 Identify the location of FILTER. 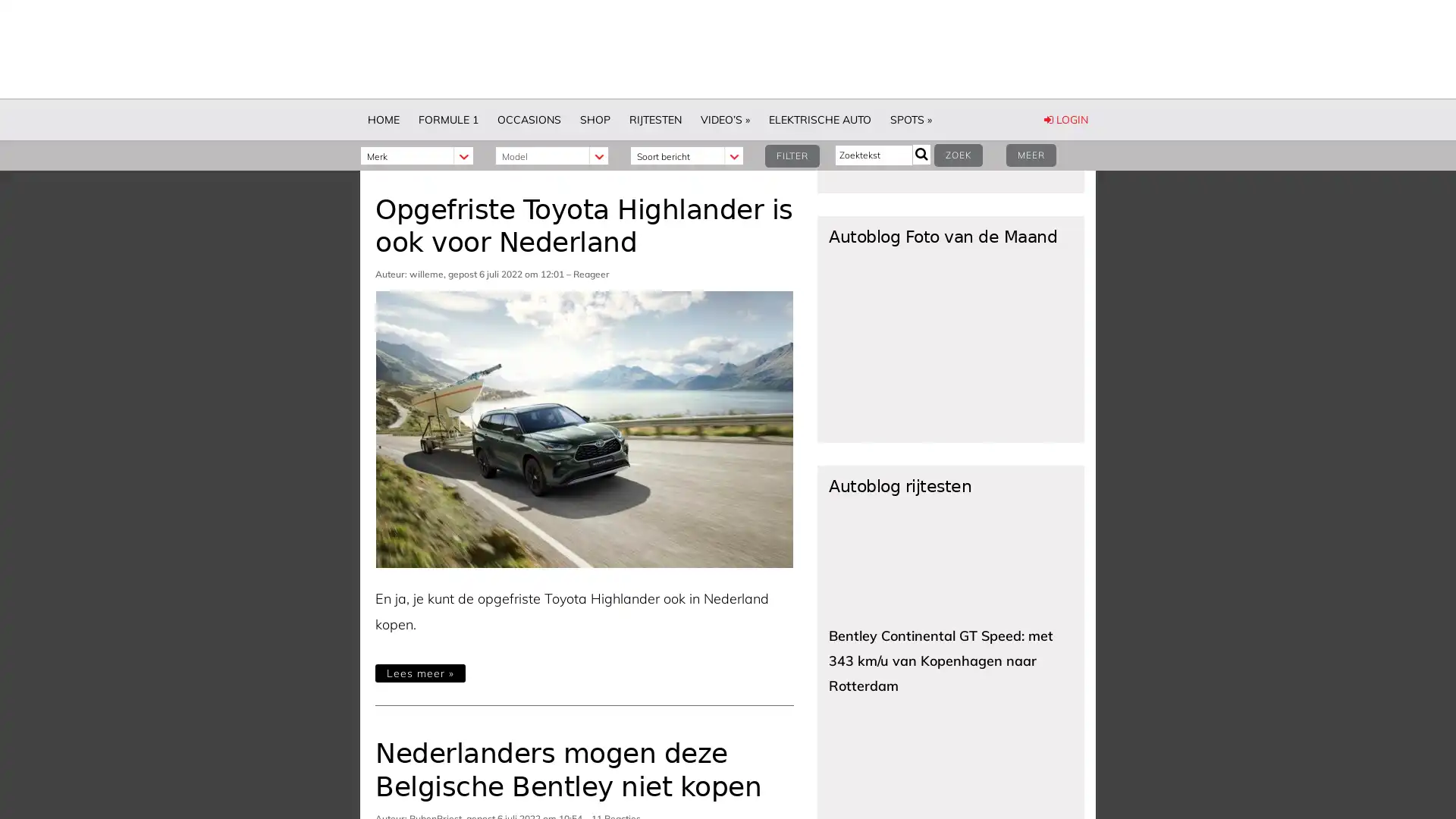
(792, 155).